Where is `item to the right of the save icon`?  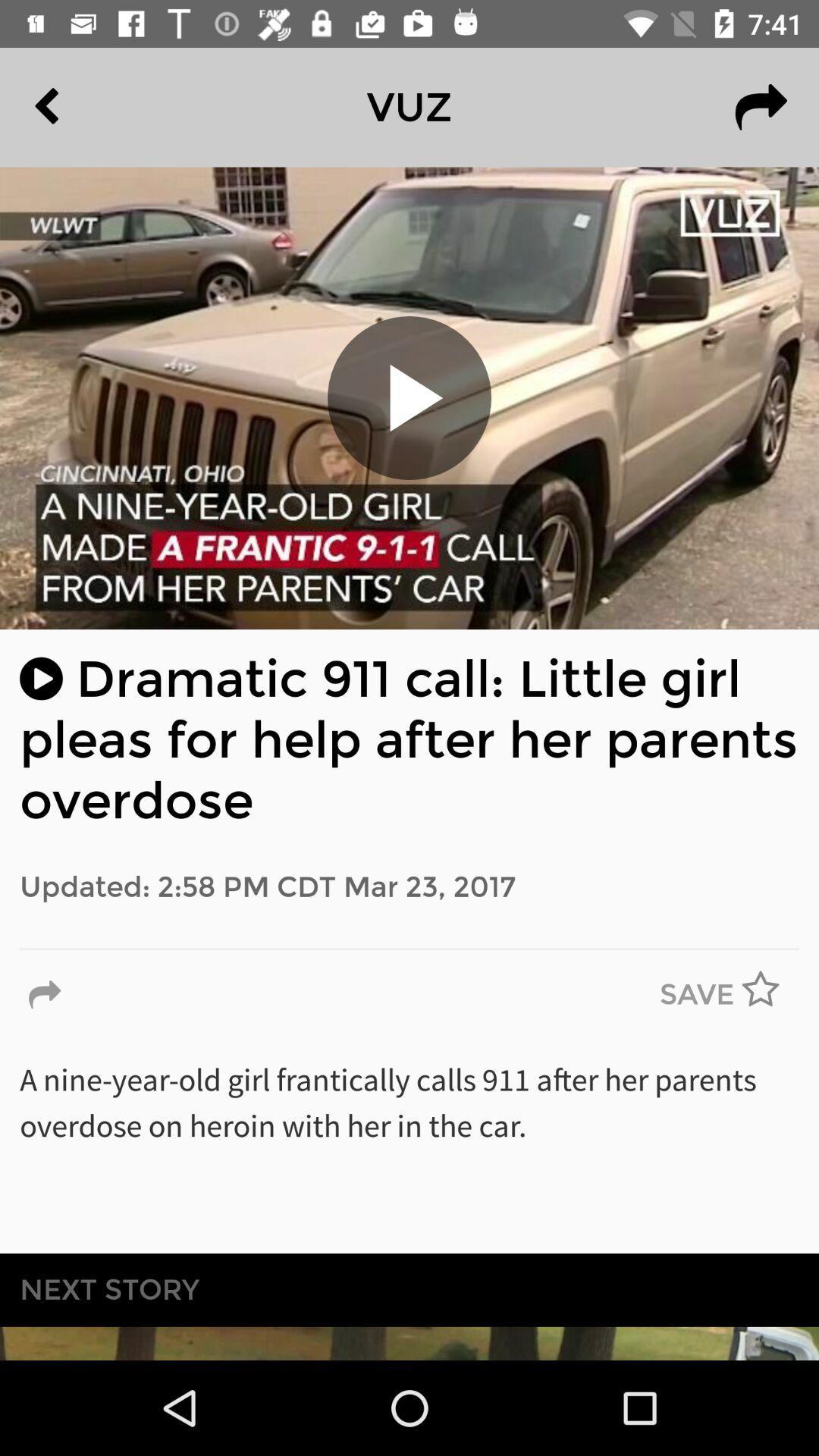
item to the right of the save icon is located at coordinates (770, 995).